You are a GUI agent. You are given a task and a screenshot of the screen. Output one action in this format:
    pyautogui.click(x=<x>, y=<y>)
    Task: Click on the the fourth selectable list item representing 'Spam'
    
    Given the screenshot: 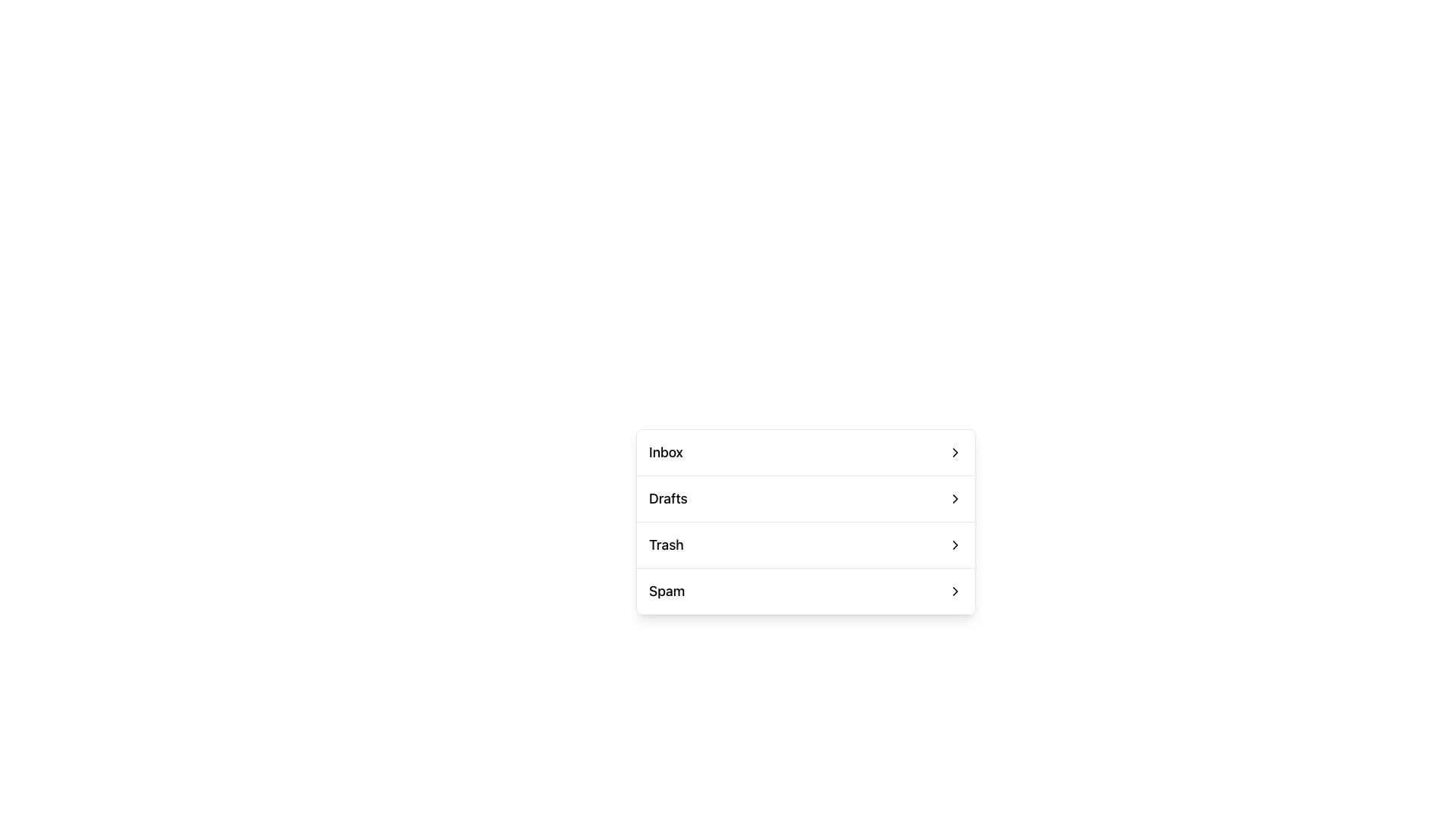 What is the action you would take?
    pyautogui.click(x=805, y=590)
    